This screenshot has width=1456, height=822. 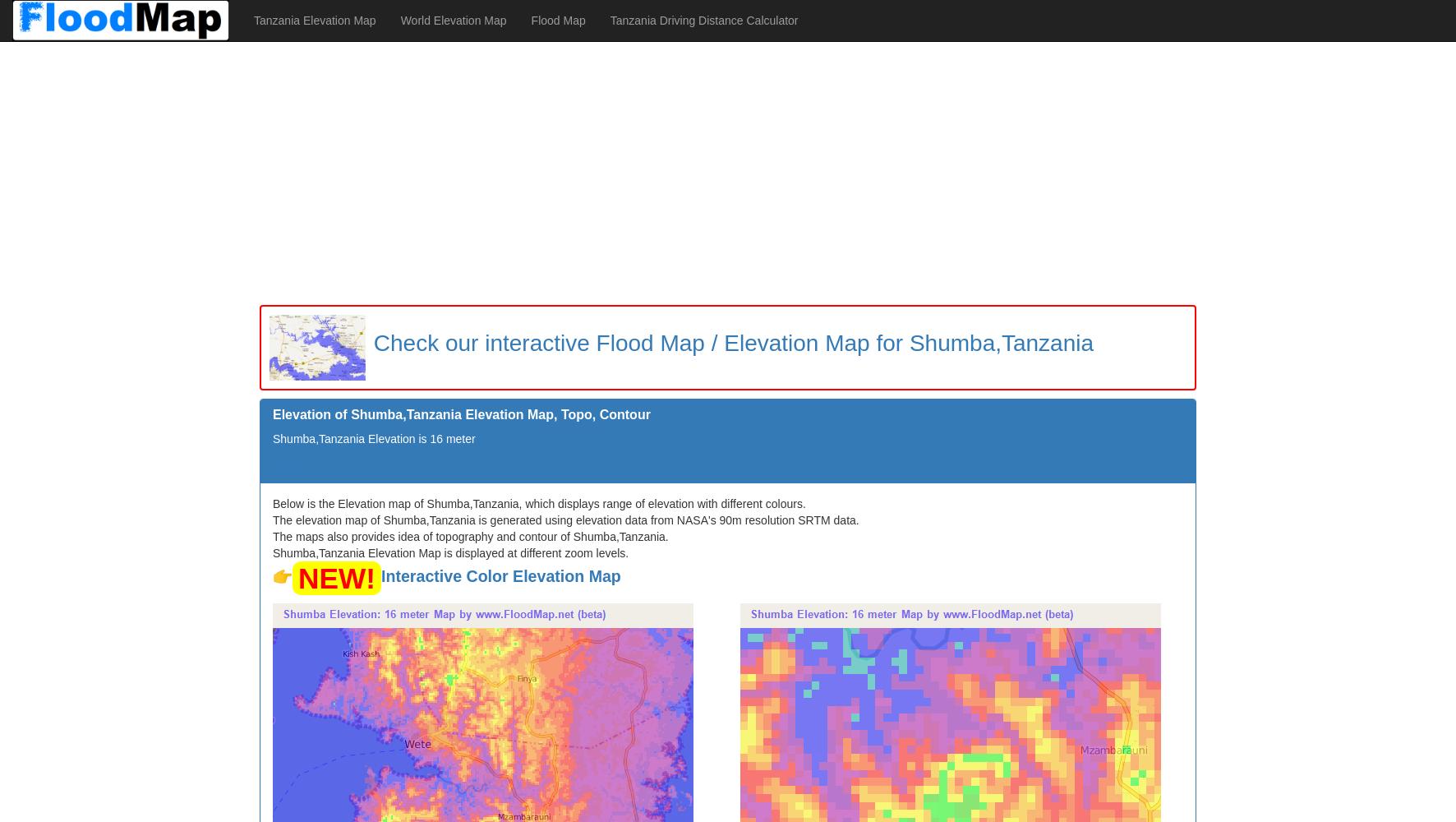 I want to click on 'The maps also provides idea of topography and contour of Shumba,Tanzania.', so click(x=470, y=536).